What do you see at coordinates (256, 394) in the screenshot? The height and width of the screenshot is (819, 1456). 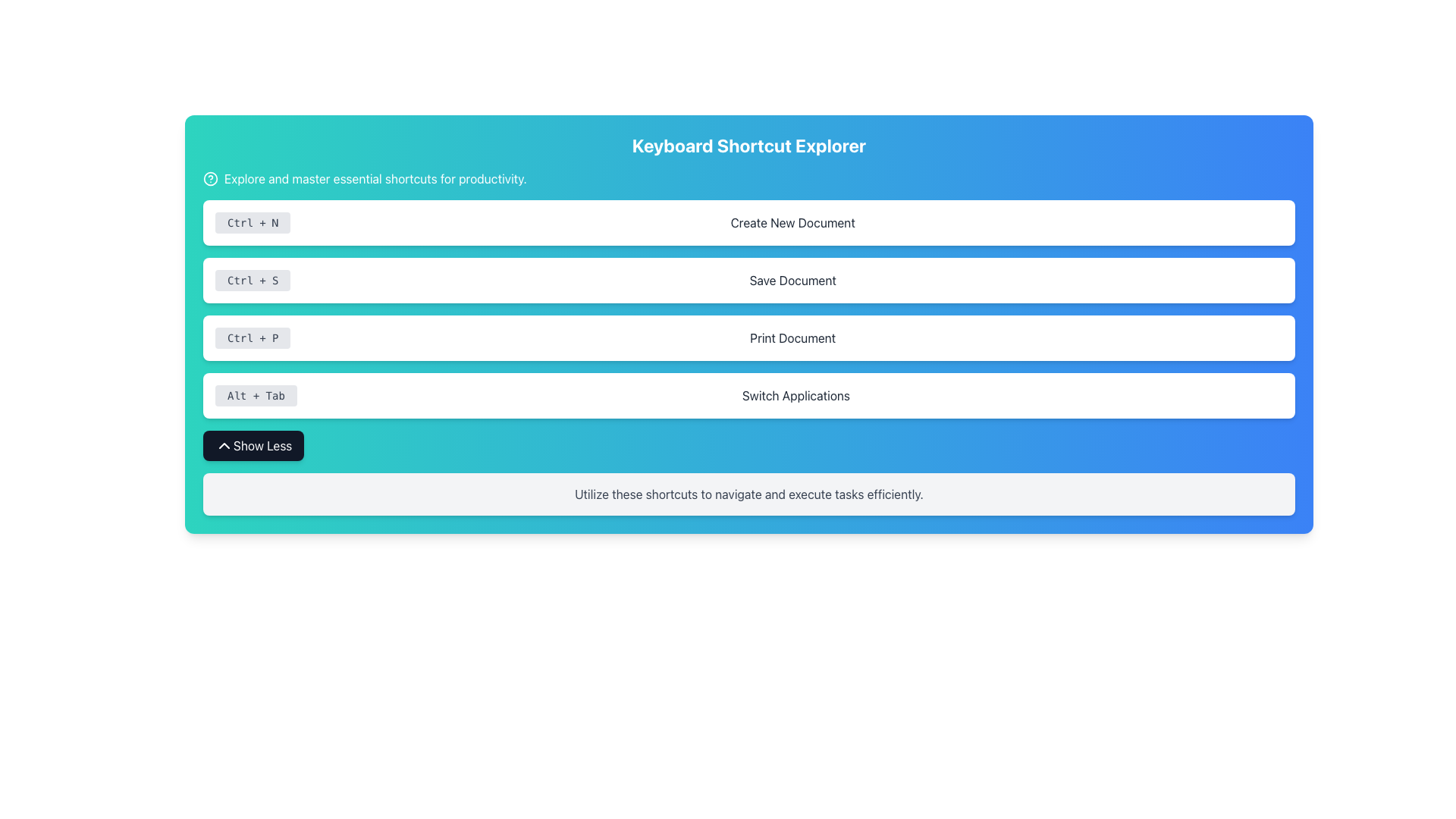 I see `the text label displaying 'Alt + Tab', which is styled with typewriter-like font and has a light gray background with rounded edges` at bounding box center [256, 394].